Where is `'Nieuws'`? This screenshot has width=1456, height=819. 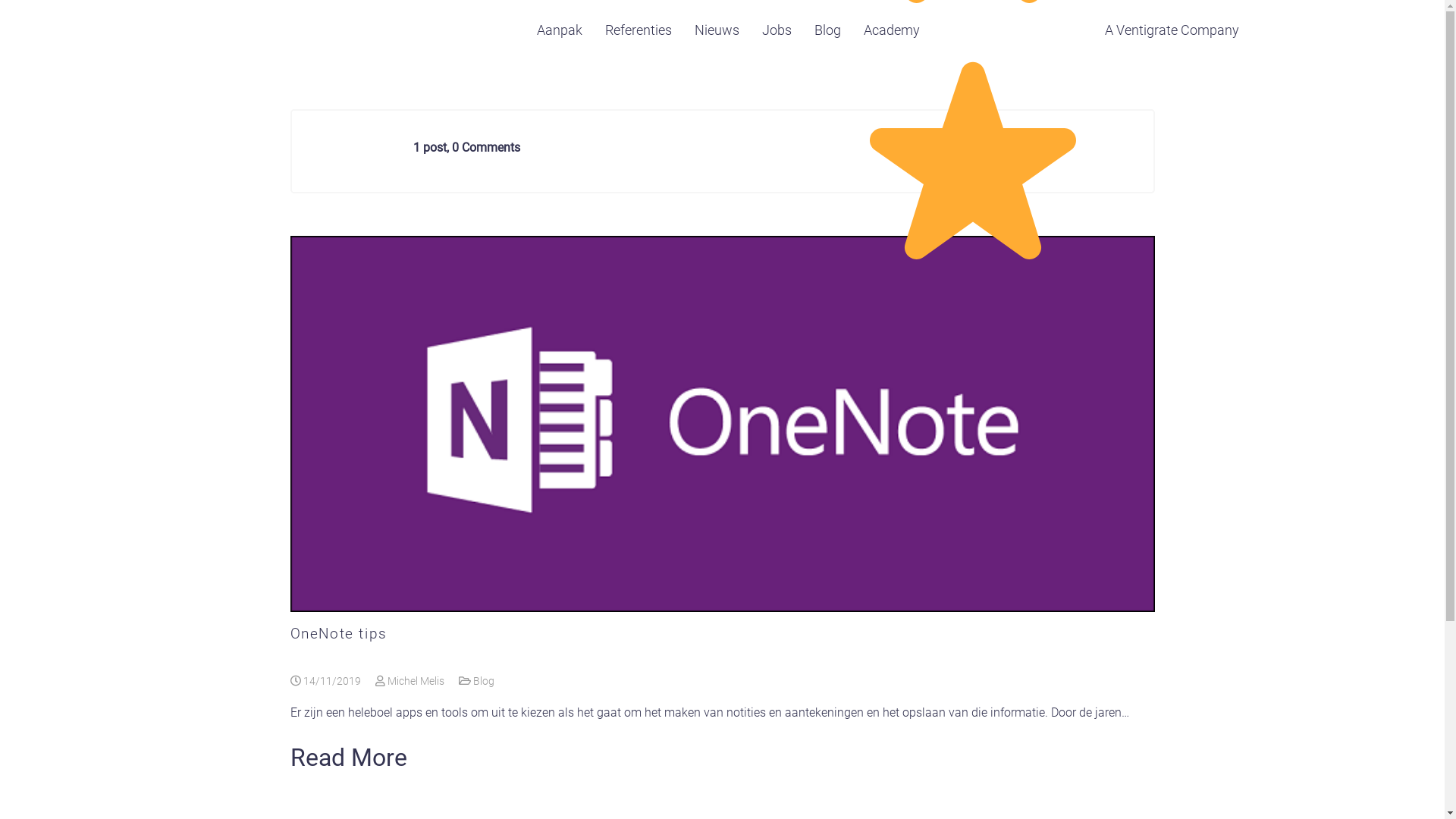
'Nieuws' is located at coordinates (716, 30).